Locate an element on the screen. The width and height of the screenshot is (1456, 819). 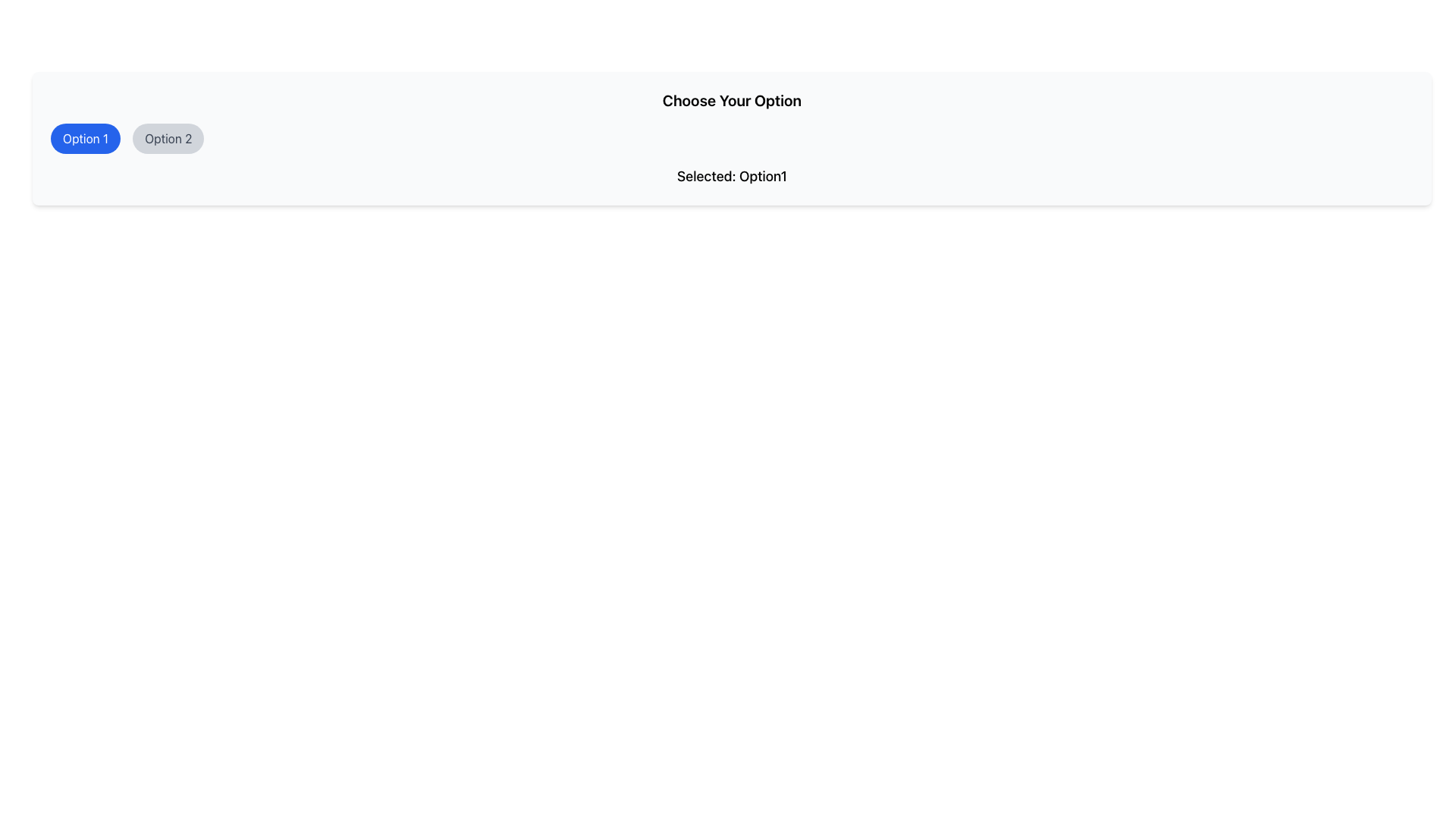
the button labeled 'Option 2' is located at coordinates (168, 138).